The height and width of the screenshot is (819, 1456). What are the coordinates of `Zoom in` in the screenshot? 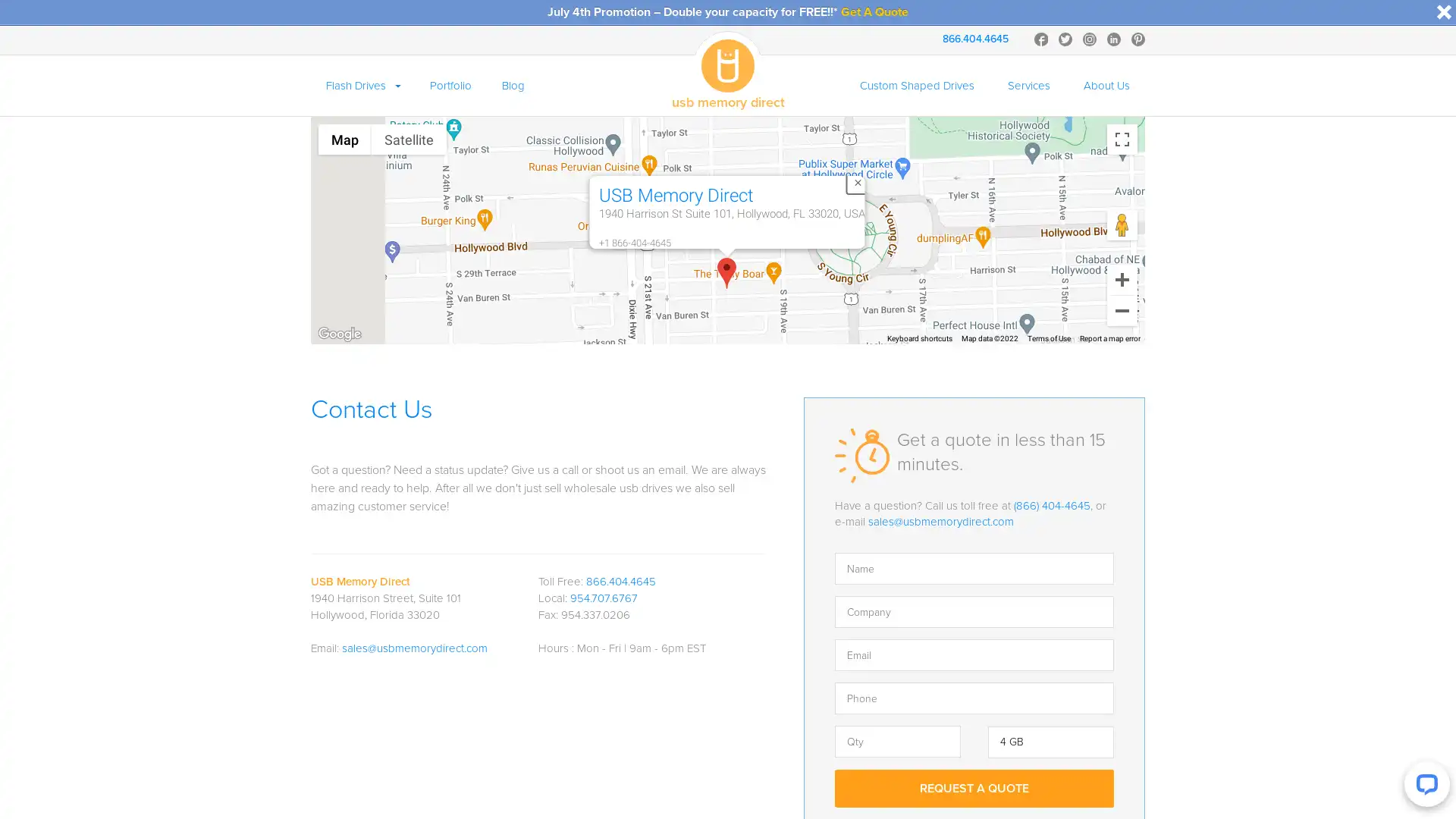 It's located at (1122, 280).